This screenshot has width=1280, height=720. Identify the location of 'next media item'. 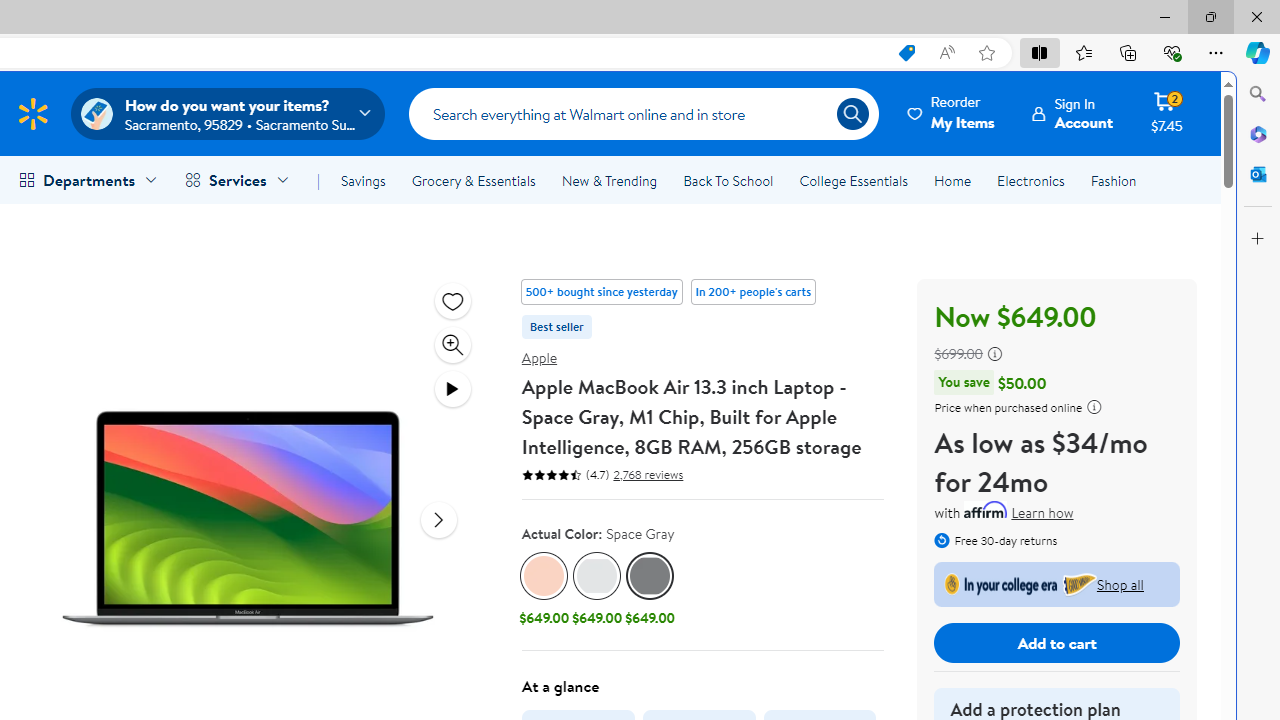
(437, 518).